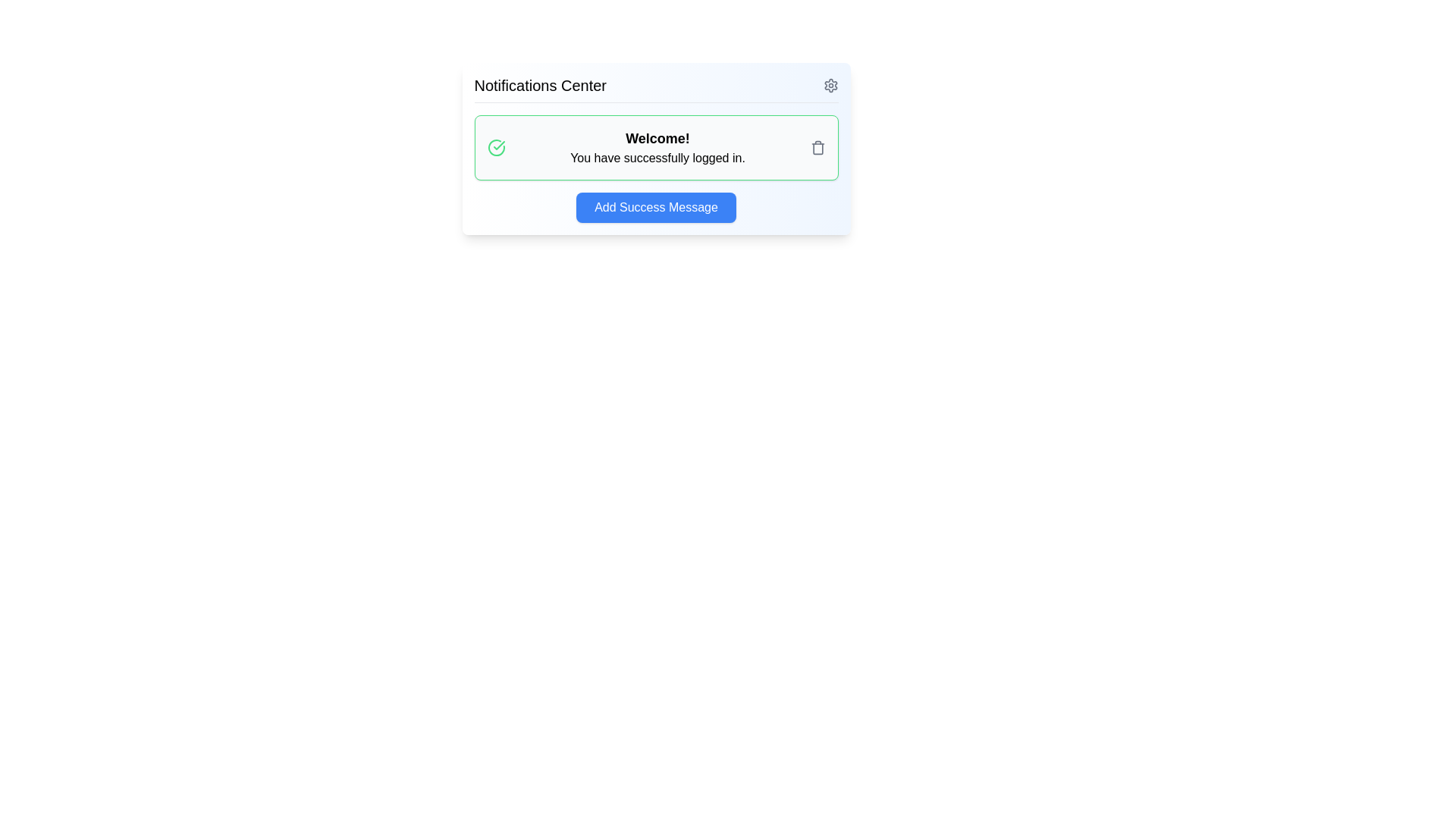 Image resolution: width=1456 pixels, height=819 pixels. Describe the element at coordinates (830, 85) in the screenshot. I see `the settings icon (cogwheel) located in the top-right corner of the 'Notifications Center'` at that location.